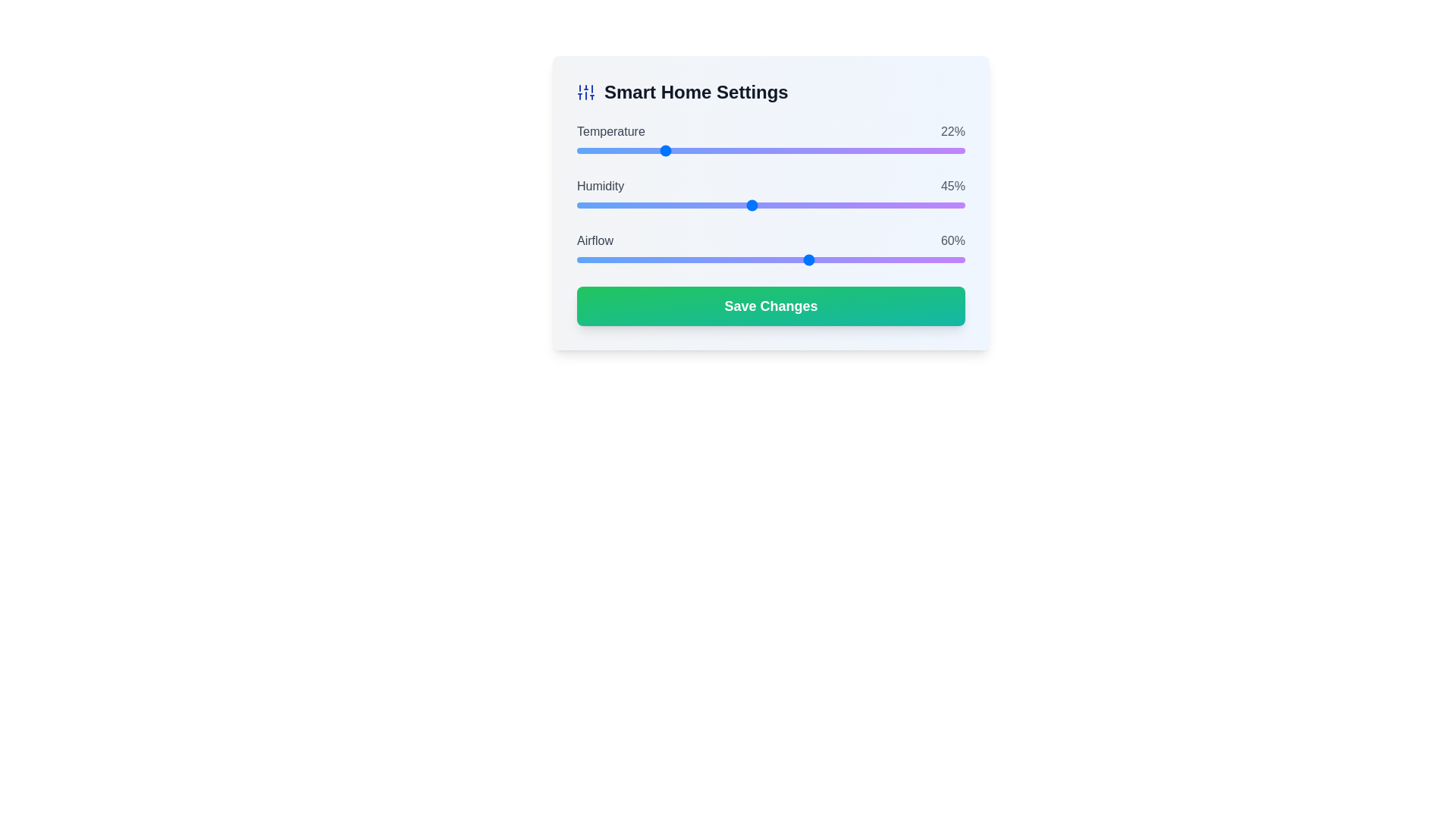  What do you see at coordinates (821, 259) in the screenshot?
I see `the airflow` at bounding box center [821, 259].